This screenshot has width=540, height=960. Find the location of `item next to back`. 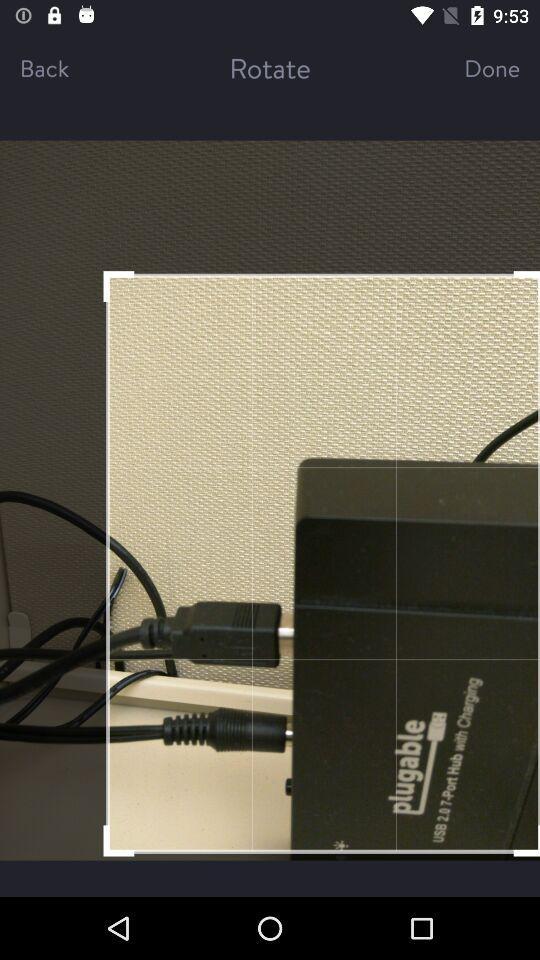

item next to back is located at coordinates (270, 67).